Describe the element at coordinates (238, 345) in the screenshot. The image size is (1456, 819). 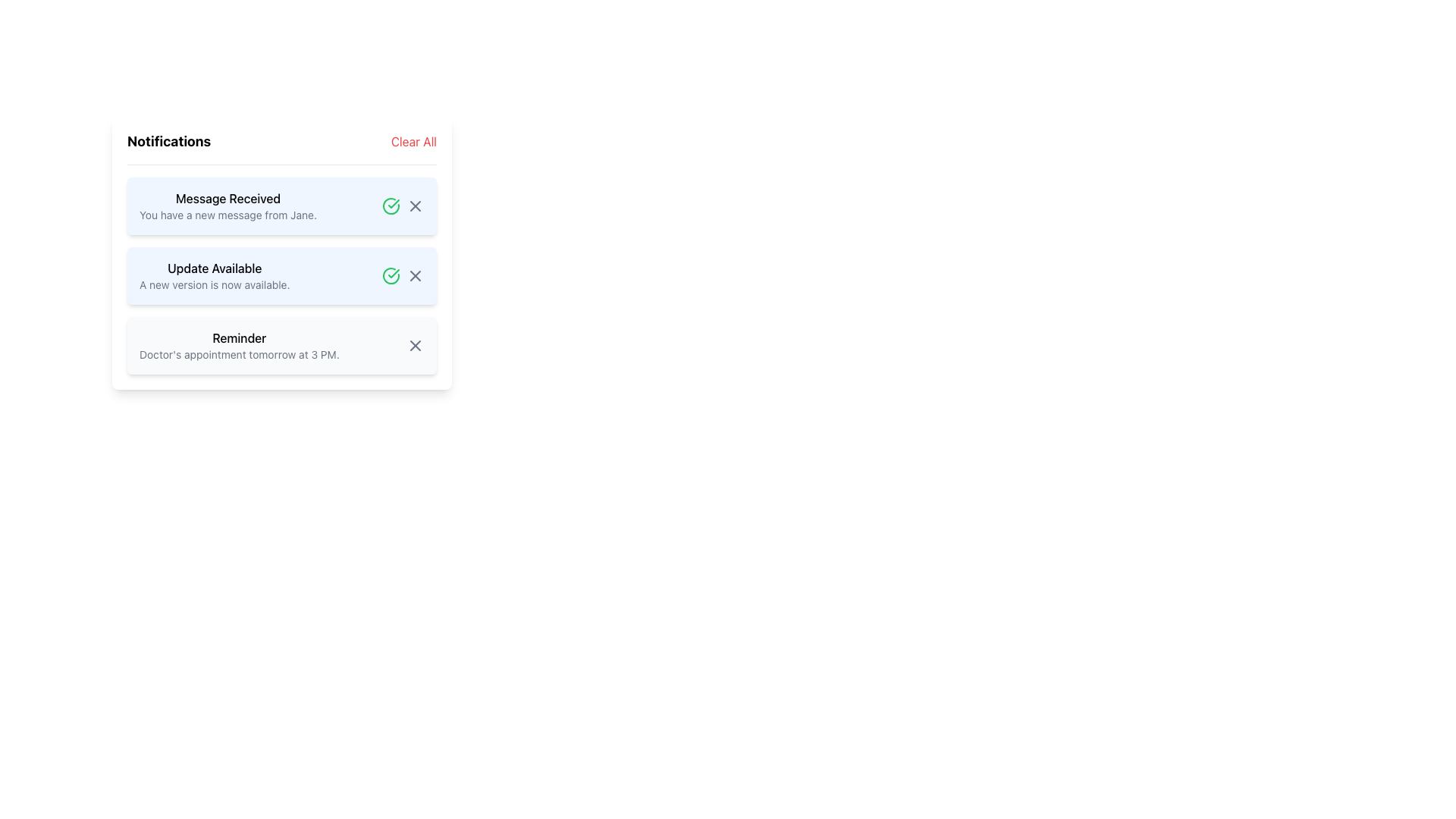
I see `the text block that contains the heading 'Reminder' and the message 'Doctor's appointment tomorrow at 3 PM.'` at that location.